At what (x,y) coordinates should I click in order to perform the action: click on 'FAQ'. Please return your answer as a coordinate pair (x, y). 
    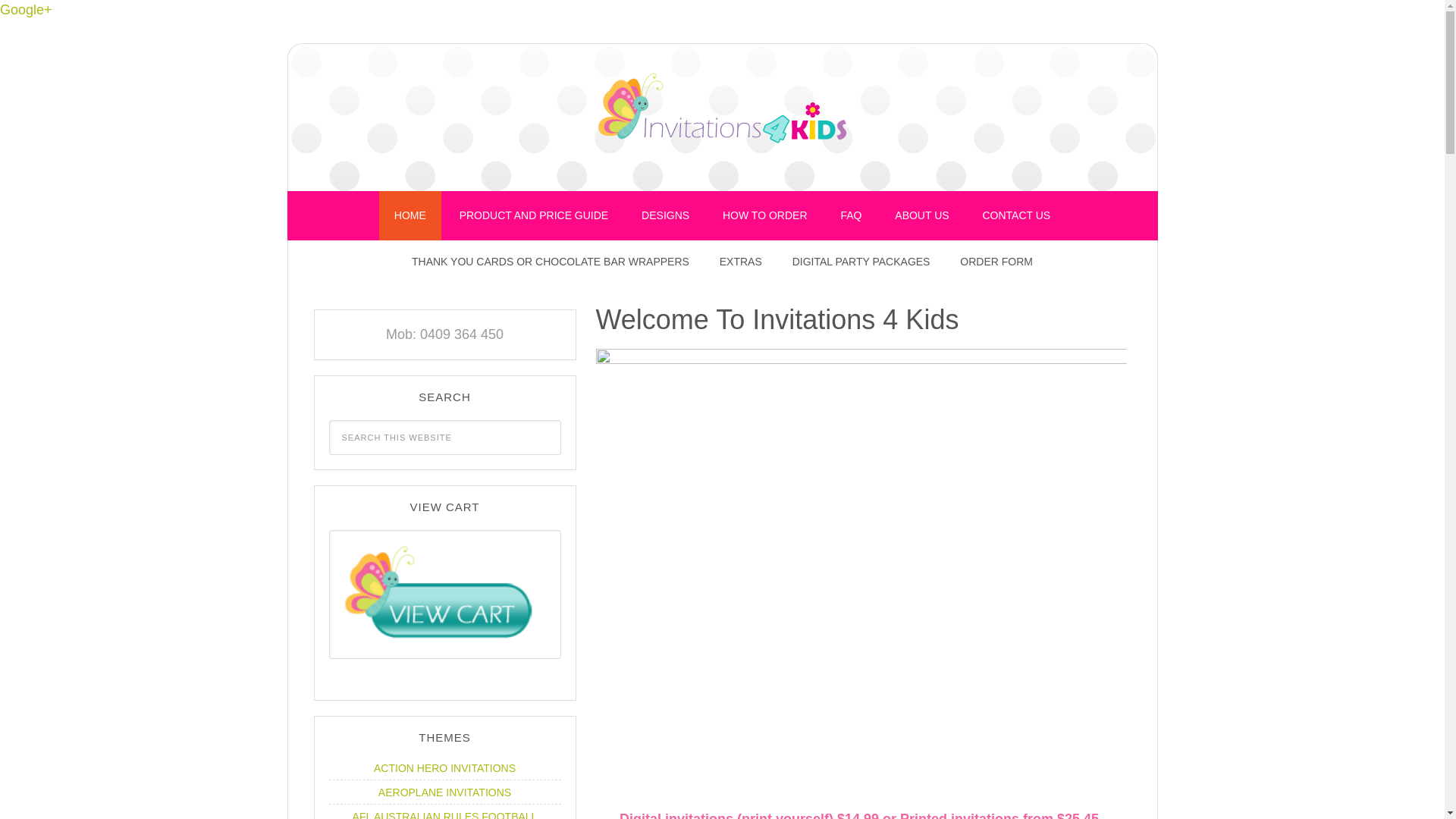
    Looking at the image, I should click on (851, 215).